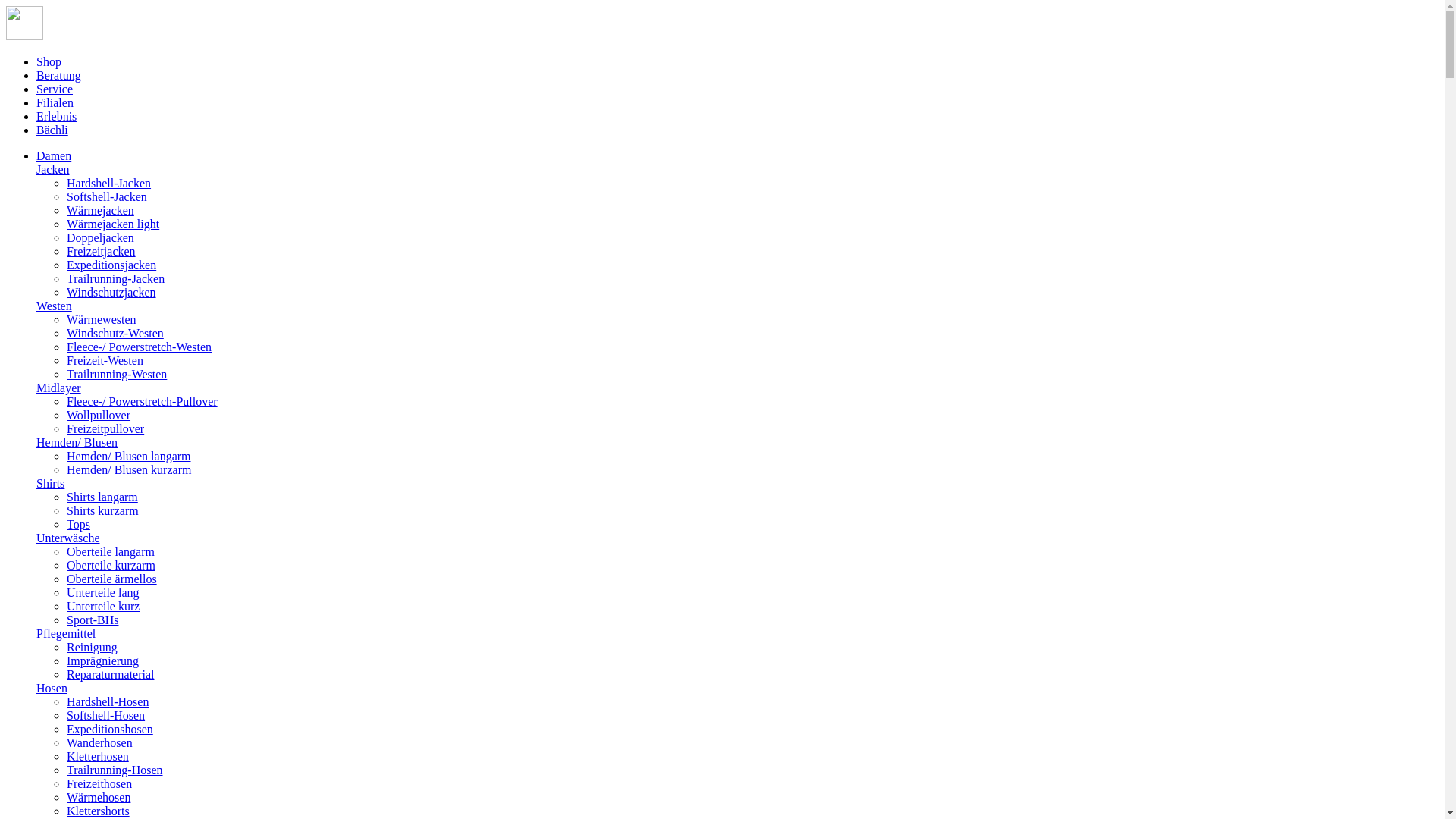 This screenshot has height=819, width=1456. I want to click on 'Freizeitpullover', so click(65, 428).